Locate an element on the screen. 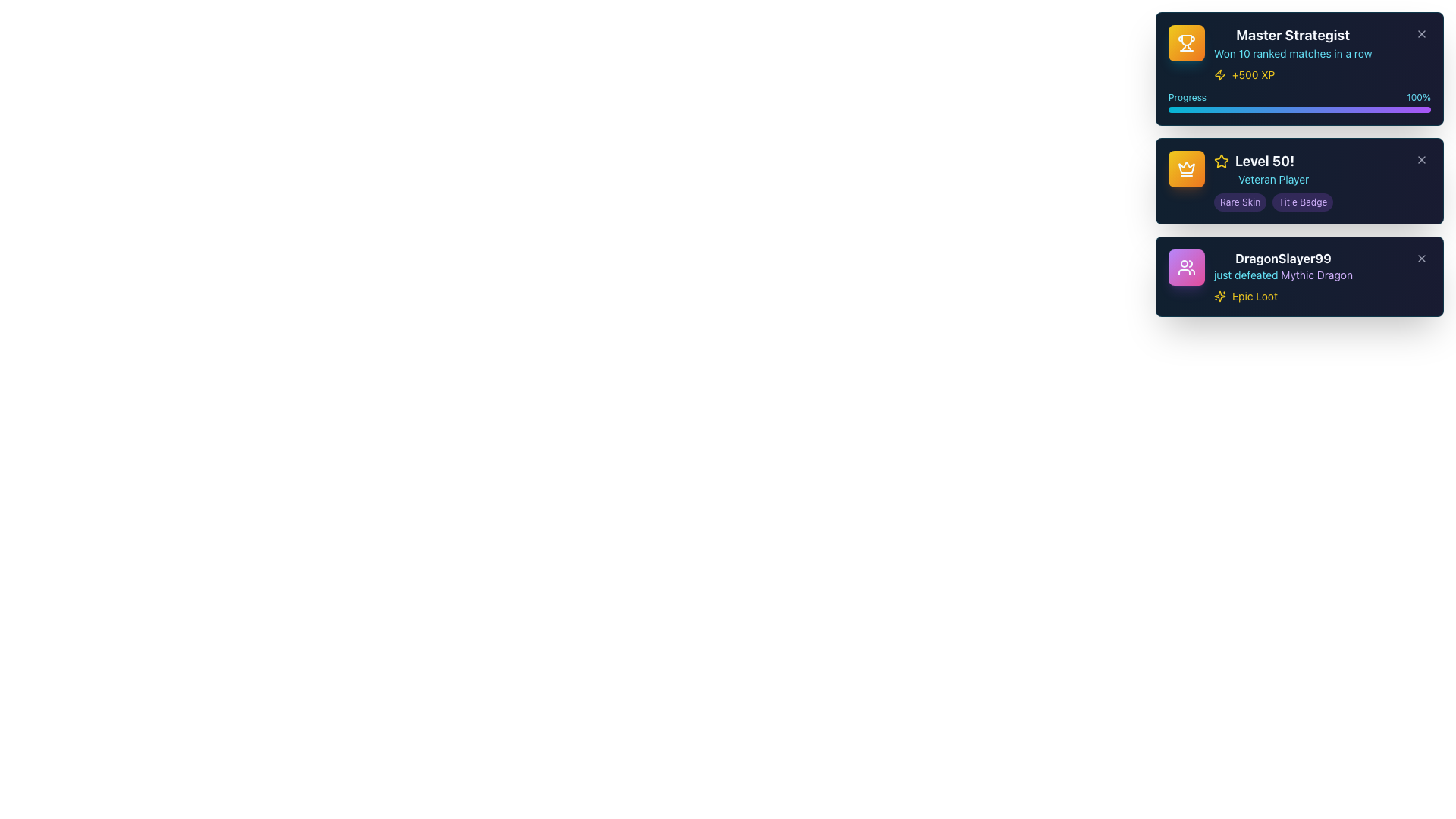 This screenshot has height=819, width=1456. the lightning bolt icon representing a boost or bonus, located to the left of the '+500 XP' text in the vertical notification card at the top-right corner of the interface is located at coordinates (1219, 75).